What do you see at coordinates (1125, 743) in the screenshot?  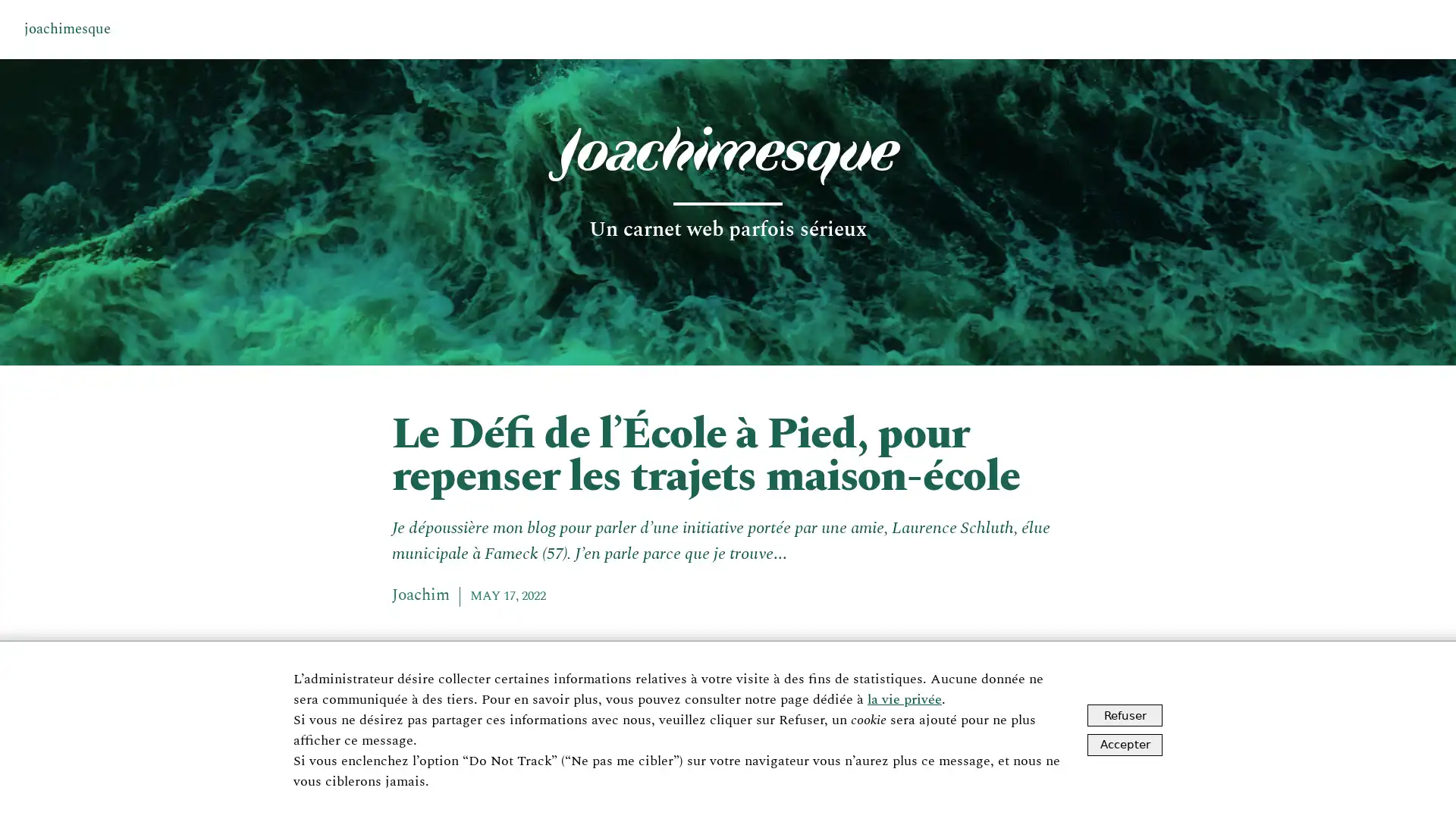 I see `Accepter` at bounding box center [1125, 743].